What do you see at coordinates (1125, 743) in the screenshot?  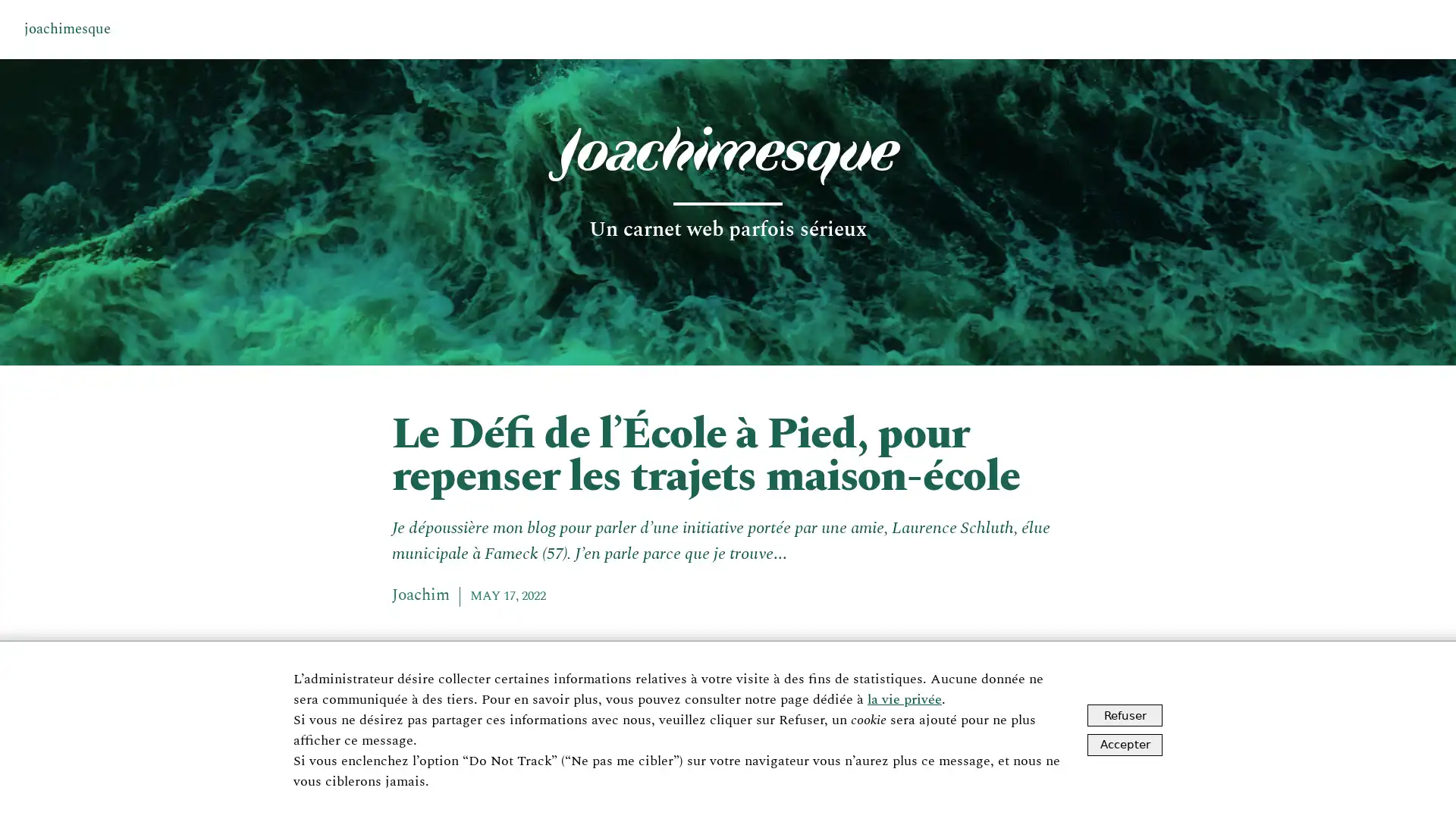 I see `Accepter` at bounding box center [1125, 743].